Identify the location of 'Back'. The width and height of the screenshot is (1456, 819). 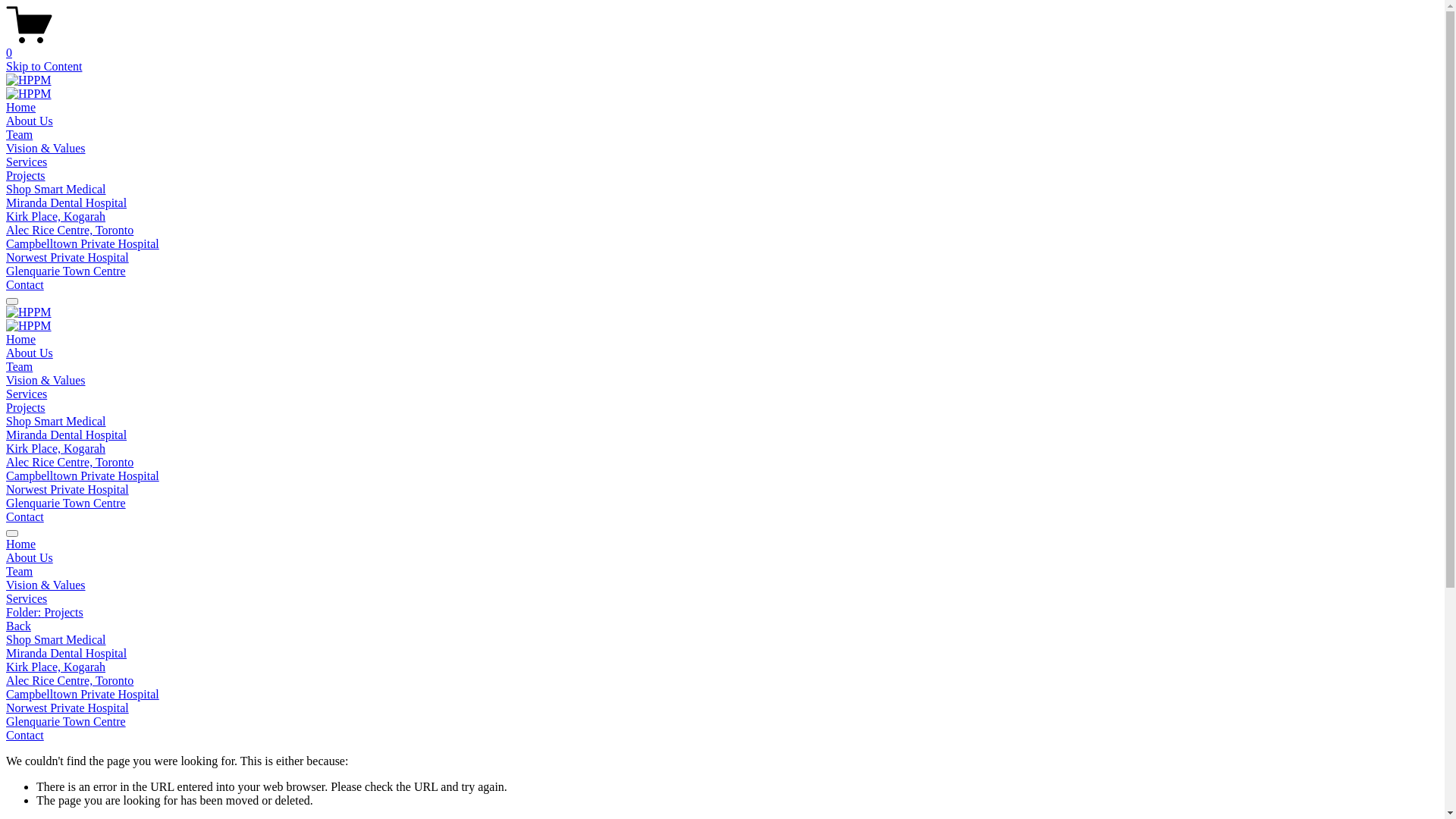
(18, 626).